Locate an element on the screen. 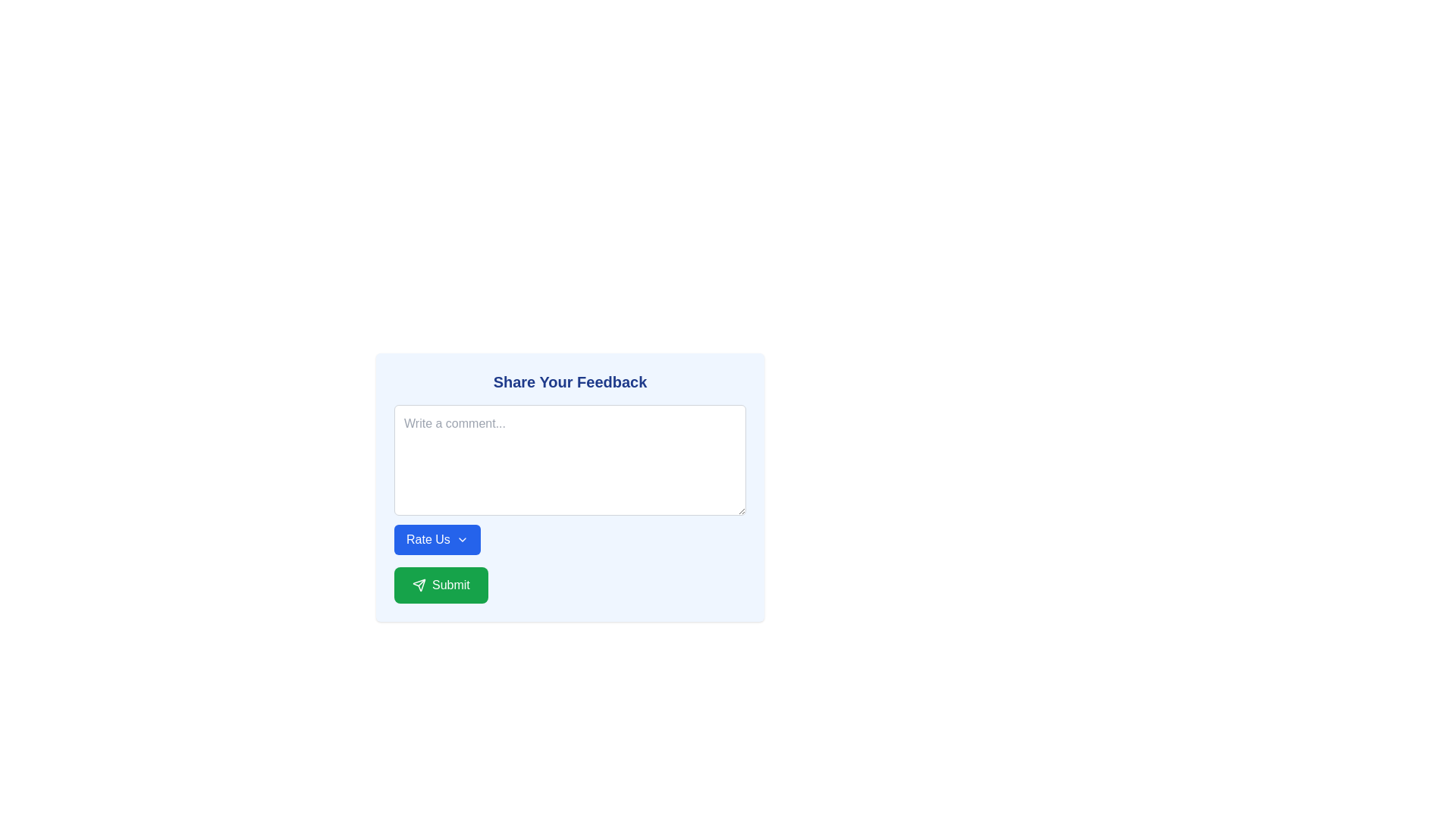  the downward-pointing chevron icon located next to the 'Rate Us' text on the blue button is located at coordinates (461, 539).